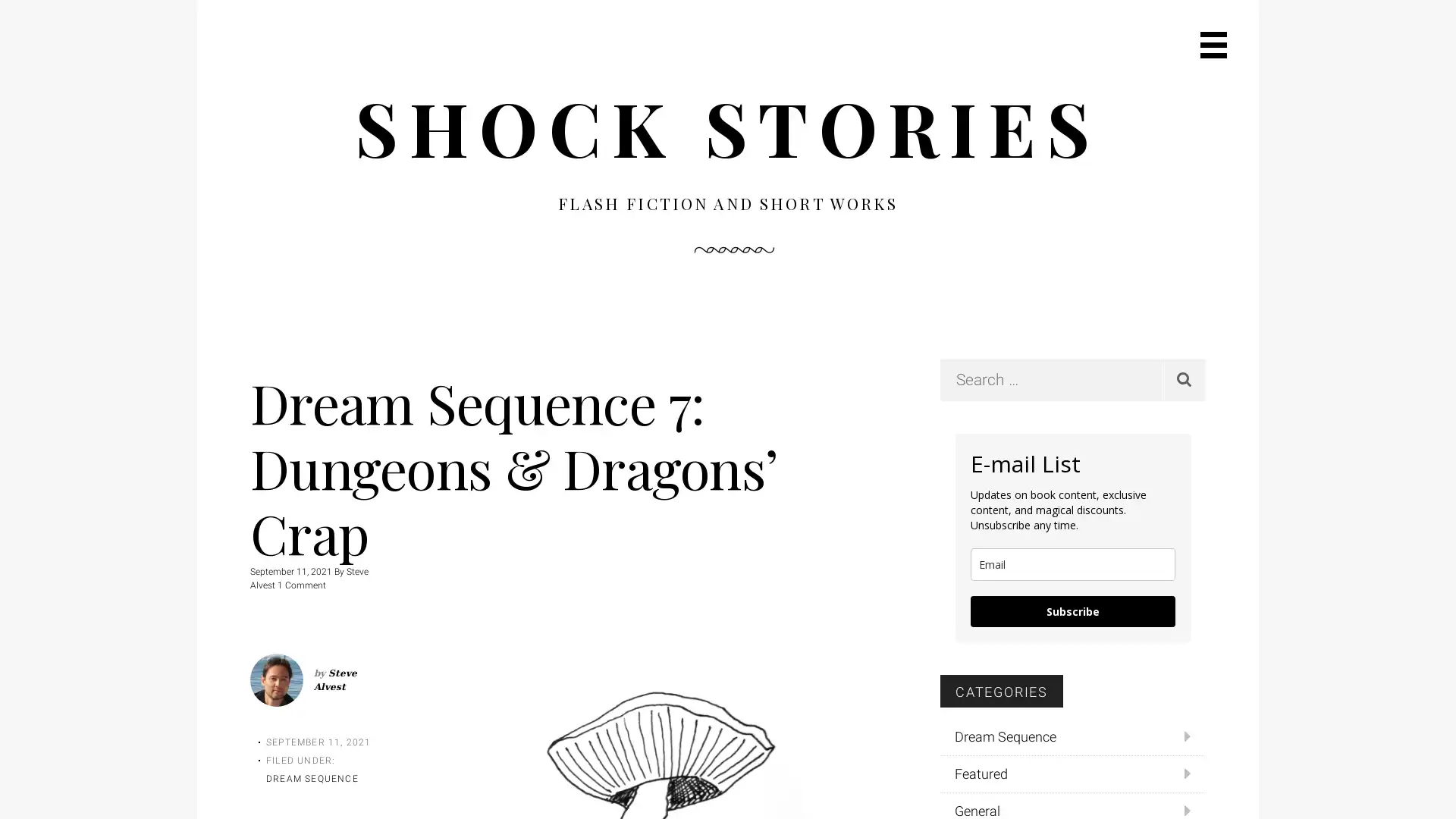 The width and height of the screenshot is (1456, 819). I want to click on Primary Navigation Menu, so click(1213, 44).